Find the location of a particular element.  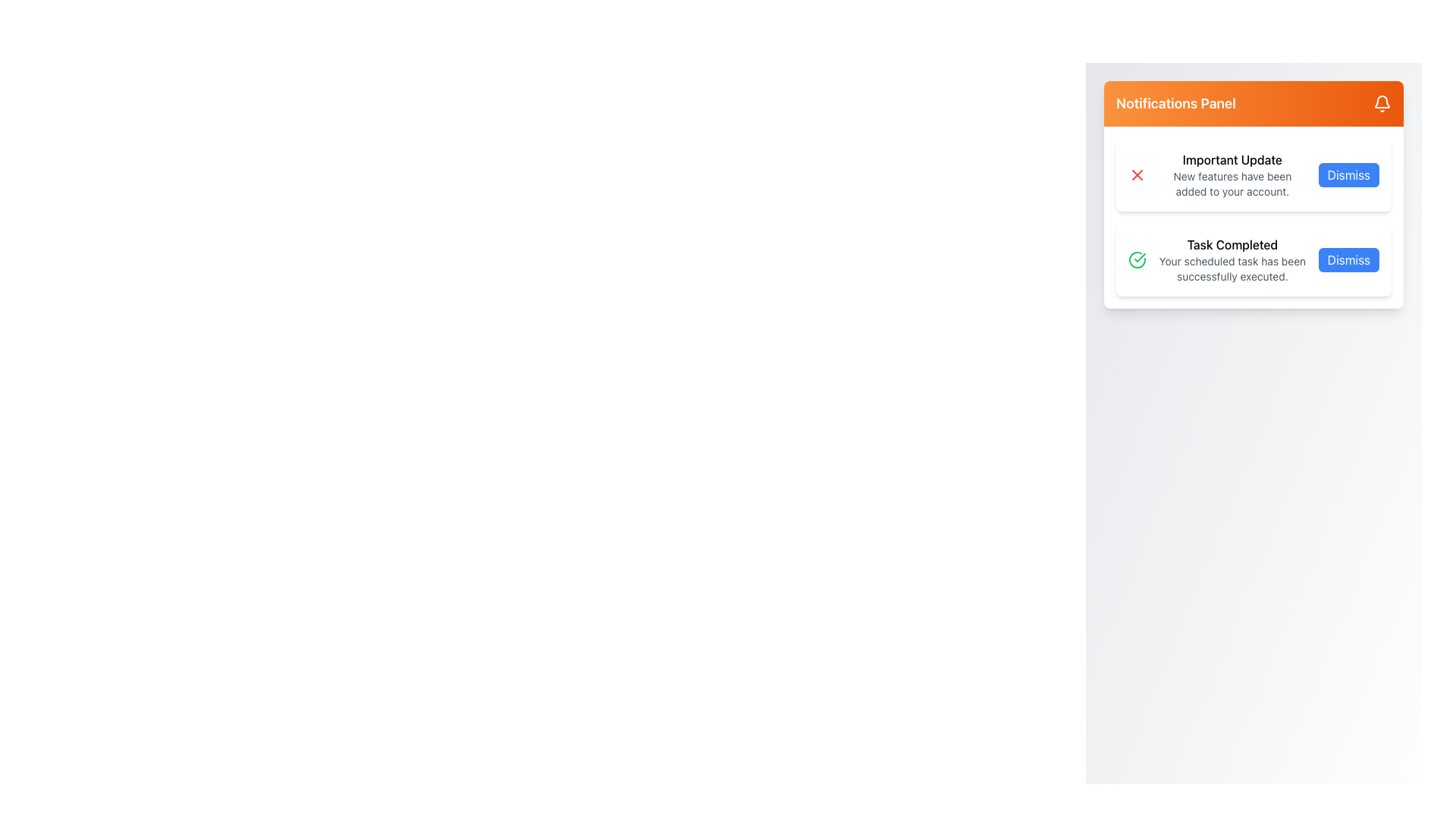

the dismiss button located in the 'Task Completed' section of the notification panel is located at coordinates (1348, 259).